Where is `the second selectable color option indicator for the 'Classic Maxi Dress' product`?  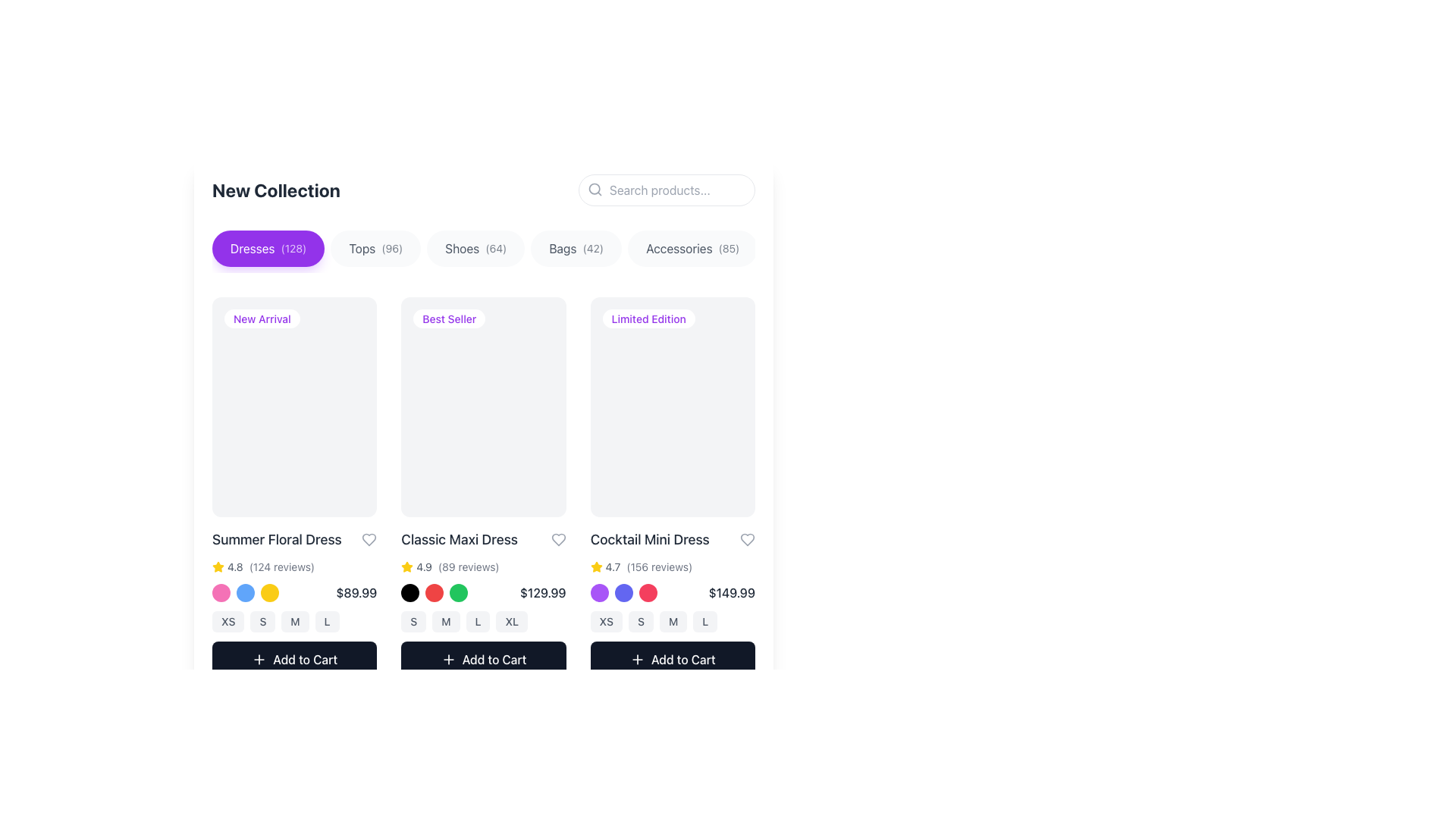
the second selectable color option indicator for the 'Classic Maxi Dress' product is located at coordinates (434, 591).